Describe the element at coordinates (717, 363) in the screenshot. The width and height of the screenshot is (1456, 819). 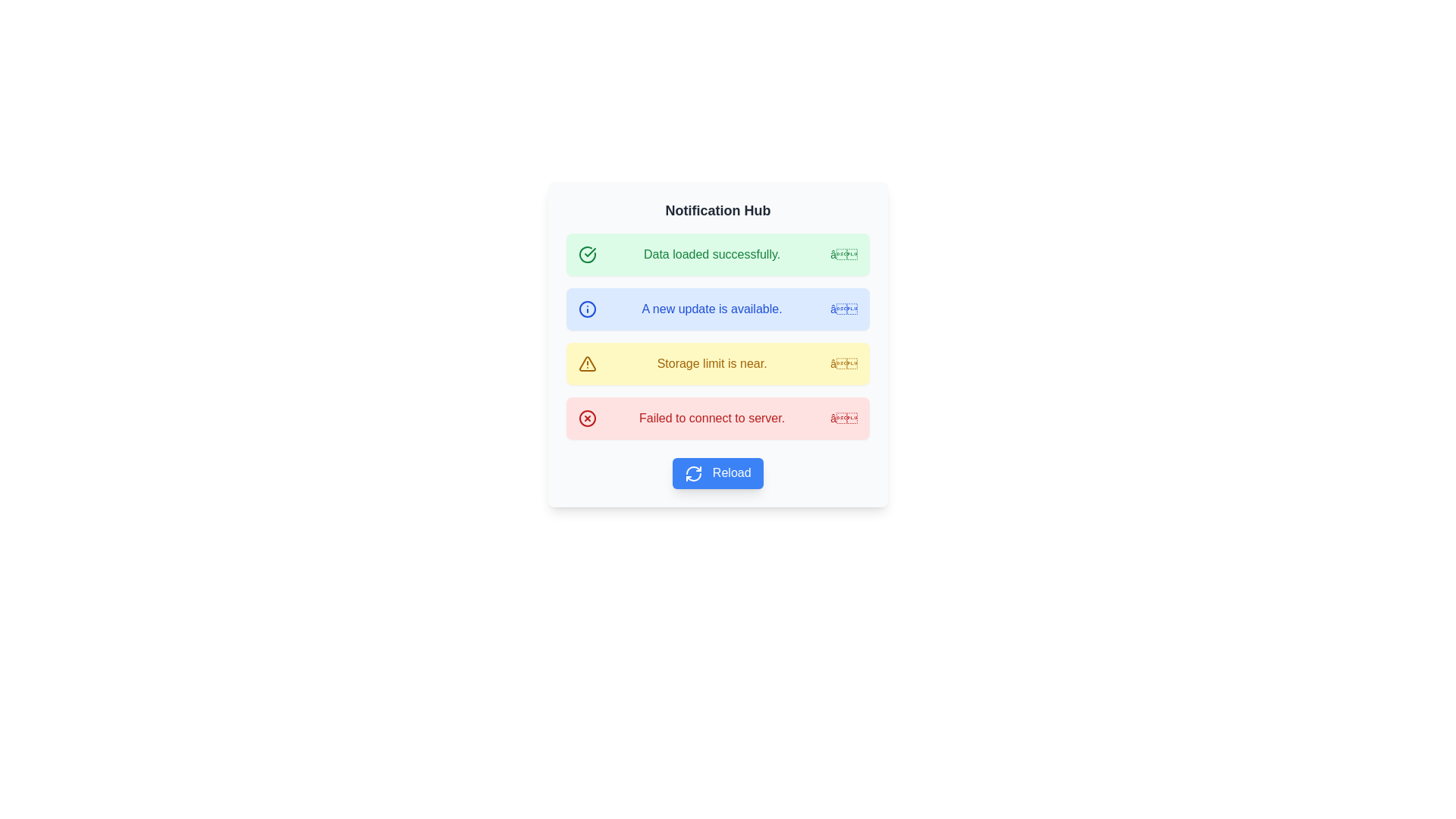
I see `the warning notification regarding storage limit, which is the third notification in the list` at that location.